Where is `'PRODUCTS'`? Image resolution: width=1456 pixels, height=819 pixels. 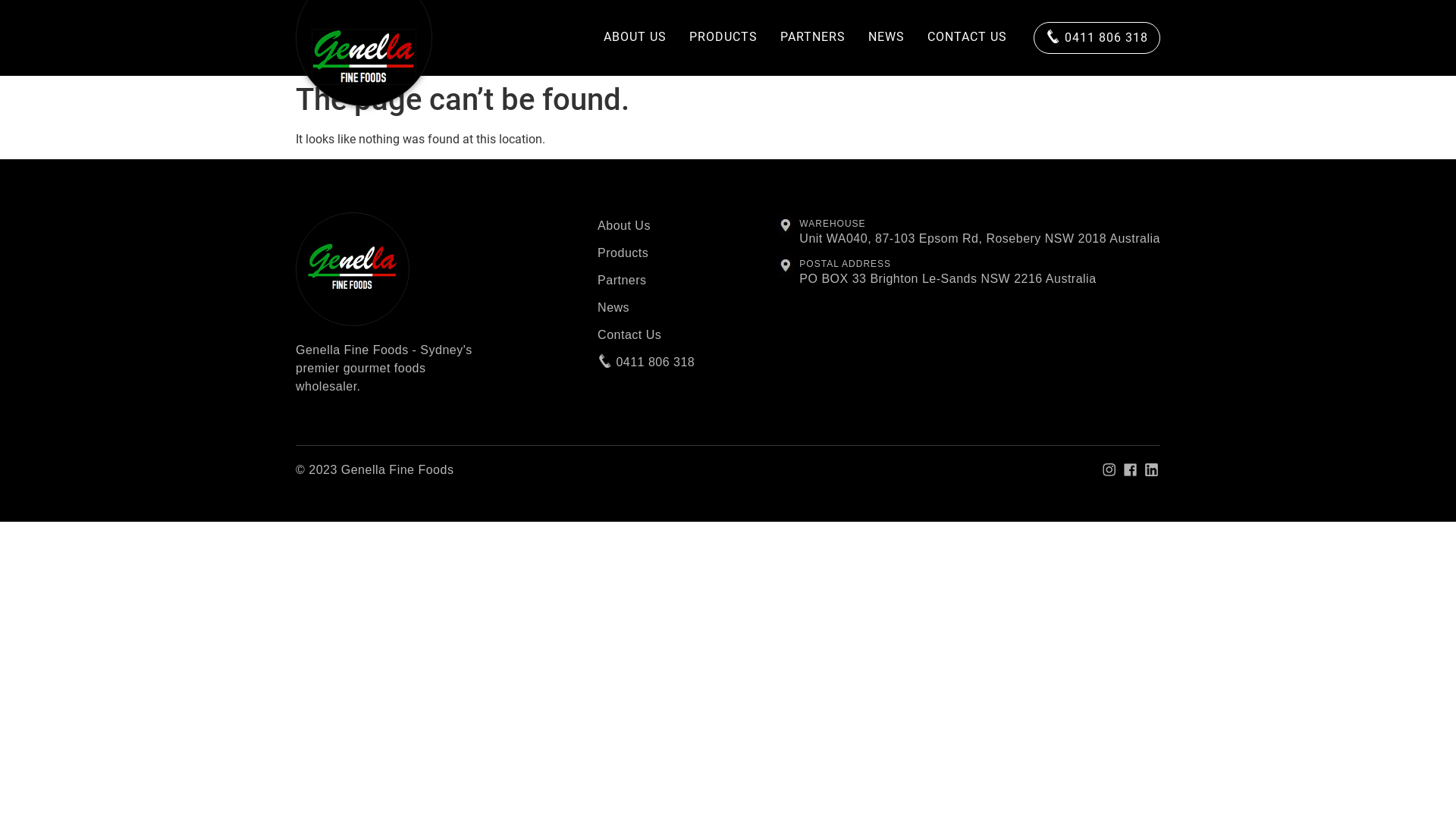
'PRODUCTS' is located at coordinates (723, 37).